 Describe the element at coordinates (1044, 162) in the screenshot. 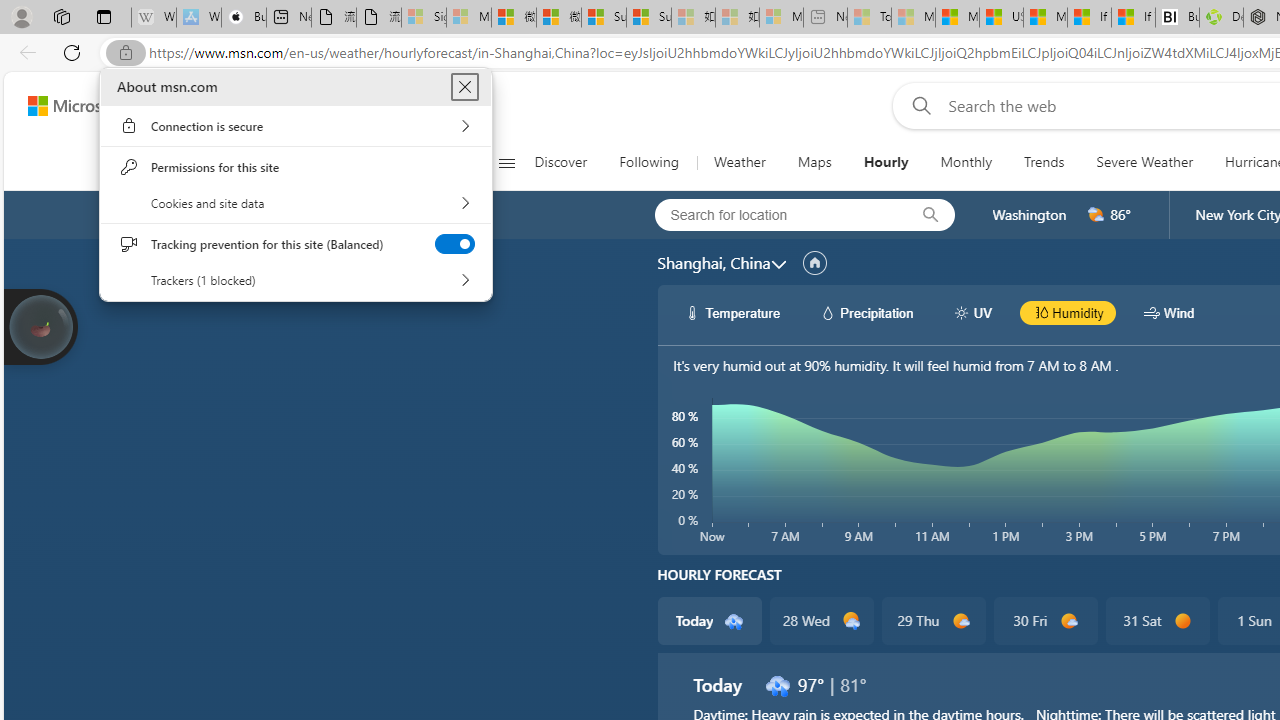

I see `'Trends'` at that location.